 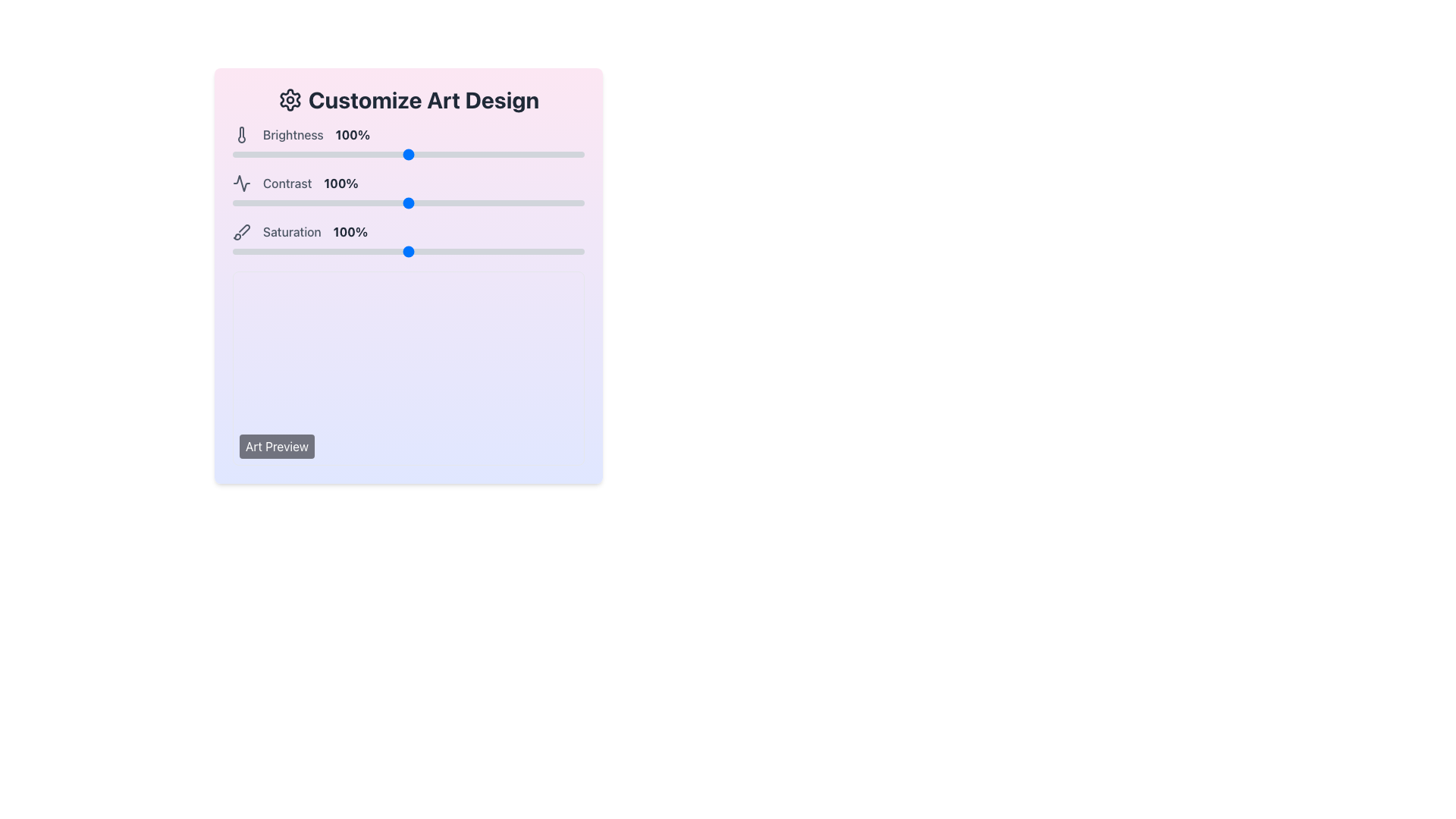 I want to click on the contrast level, so click(x=464, y=202).